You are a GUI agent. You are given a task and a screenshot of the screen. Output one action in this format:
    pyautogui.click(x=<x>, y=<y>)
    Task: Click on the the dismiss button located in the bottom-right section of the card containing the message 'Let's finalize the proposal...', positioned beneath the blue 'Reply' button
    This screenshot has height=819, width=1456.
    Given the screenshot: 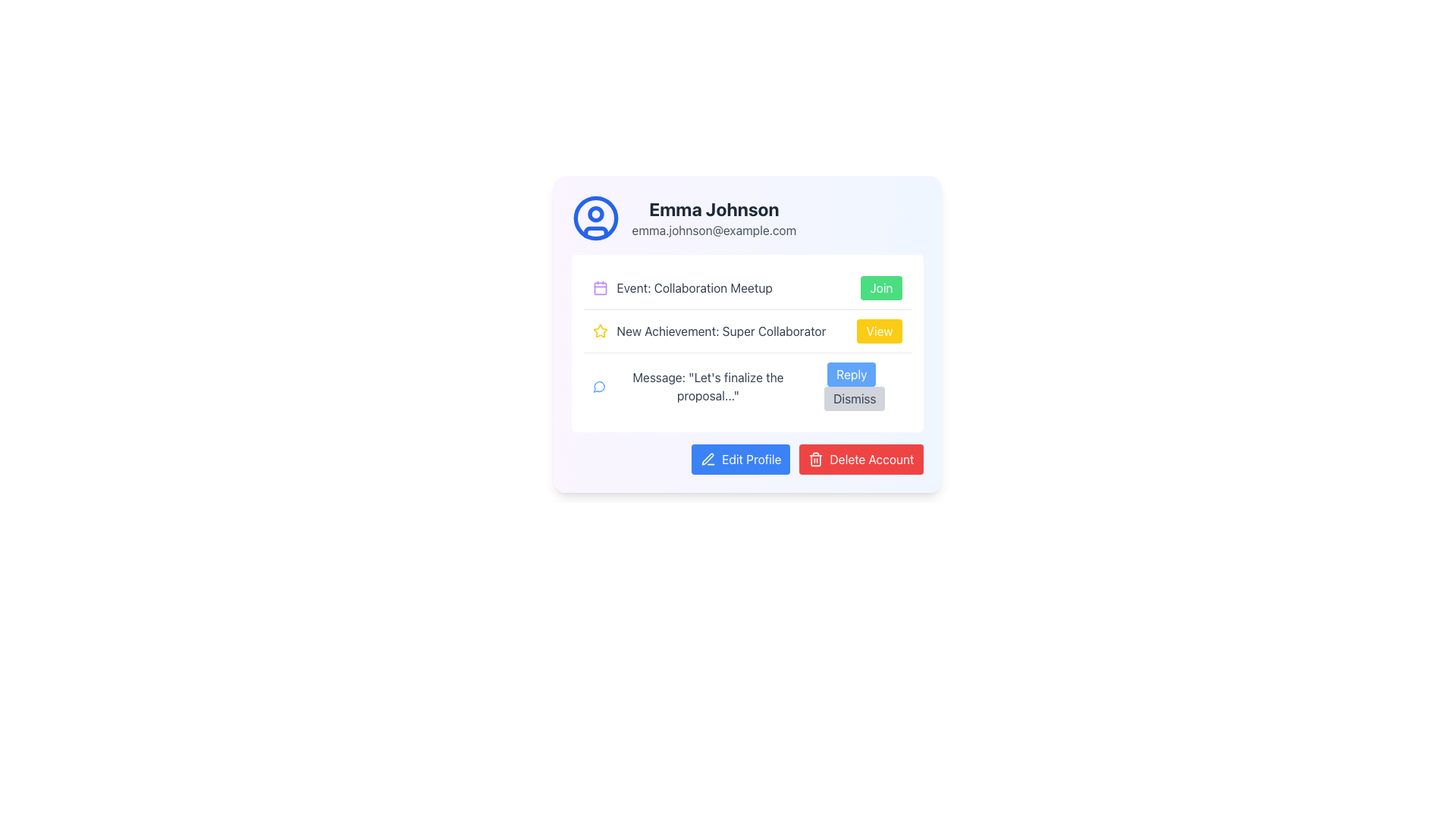 What is the action you would take?
    pyautogui.click(x=852, y=385)
    